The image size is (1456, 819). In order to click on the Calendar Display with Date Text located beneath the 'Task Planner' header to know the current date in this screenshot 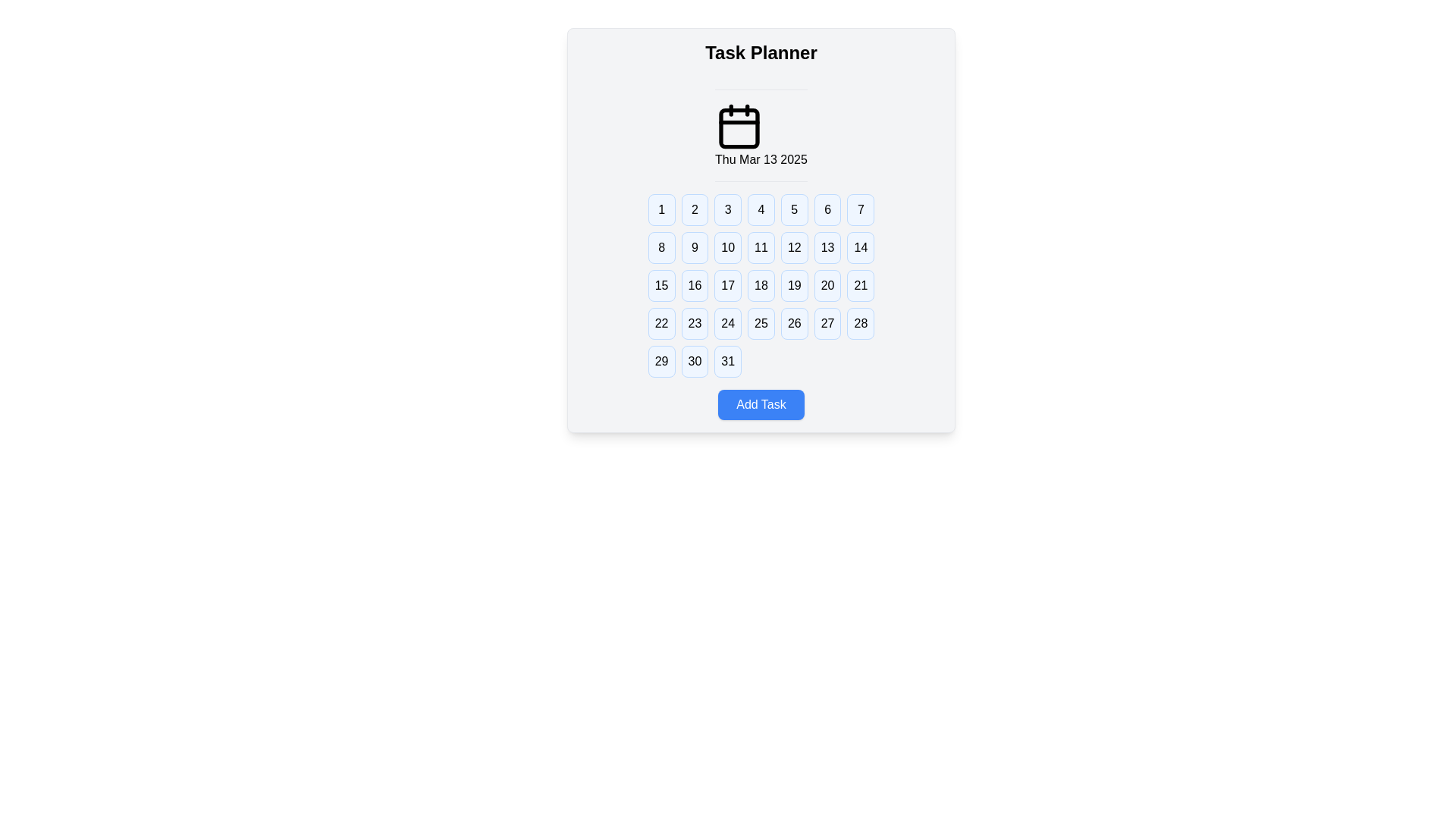, I will do `click(761, 134)`.